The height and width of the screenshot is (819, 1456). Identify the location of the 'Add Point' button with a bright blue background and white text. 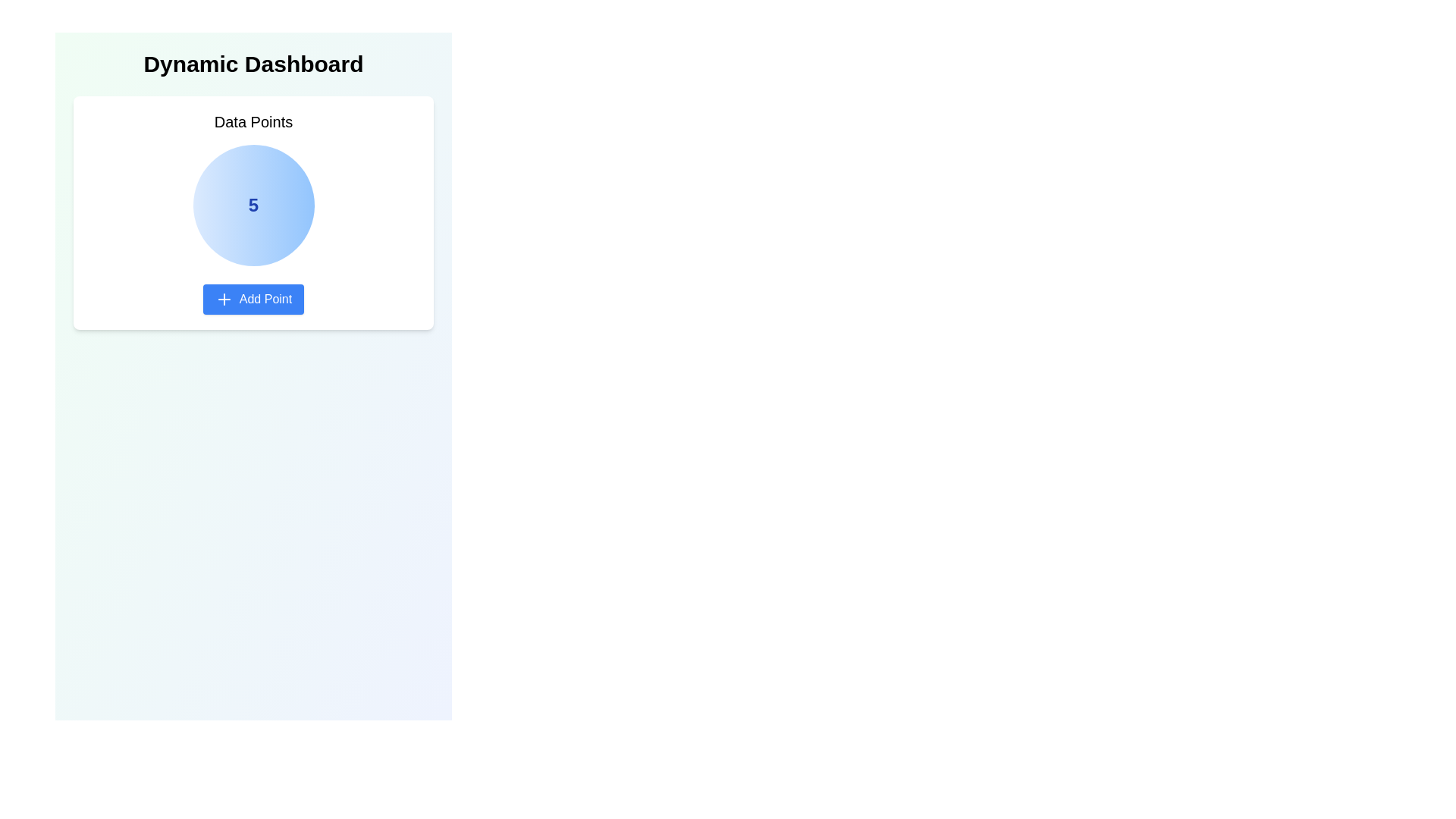
(253, 299).